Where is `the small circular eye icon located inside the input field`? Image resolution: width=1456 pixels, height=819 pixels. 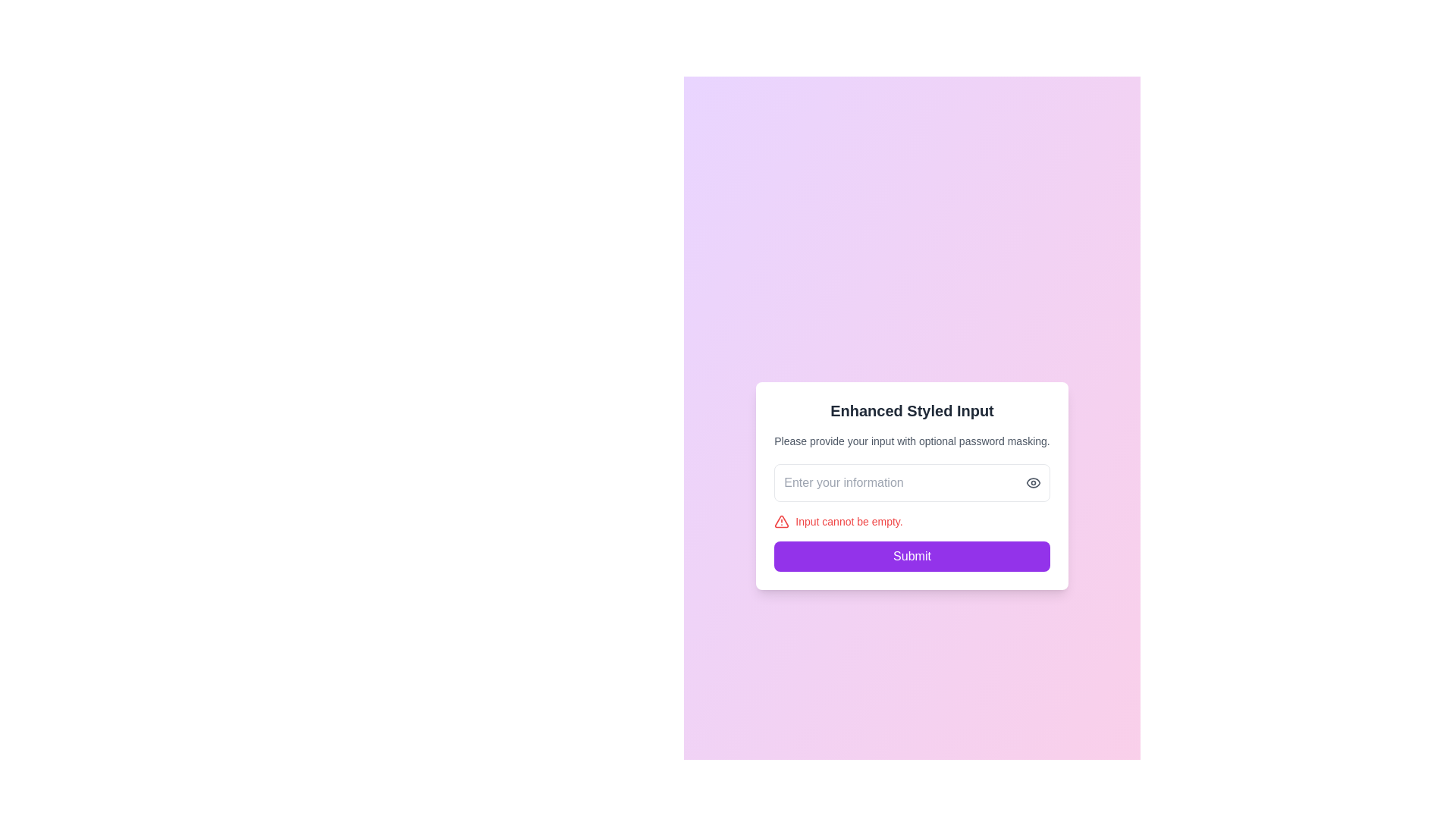 the small circular eye icon located inside the input field is located at coordinates (1032, 482).